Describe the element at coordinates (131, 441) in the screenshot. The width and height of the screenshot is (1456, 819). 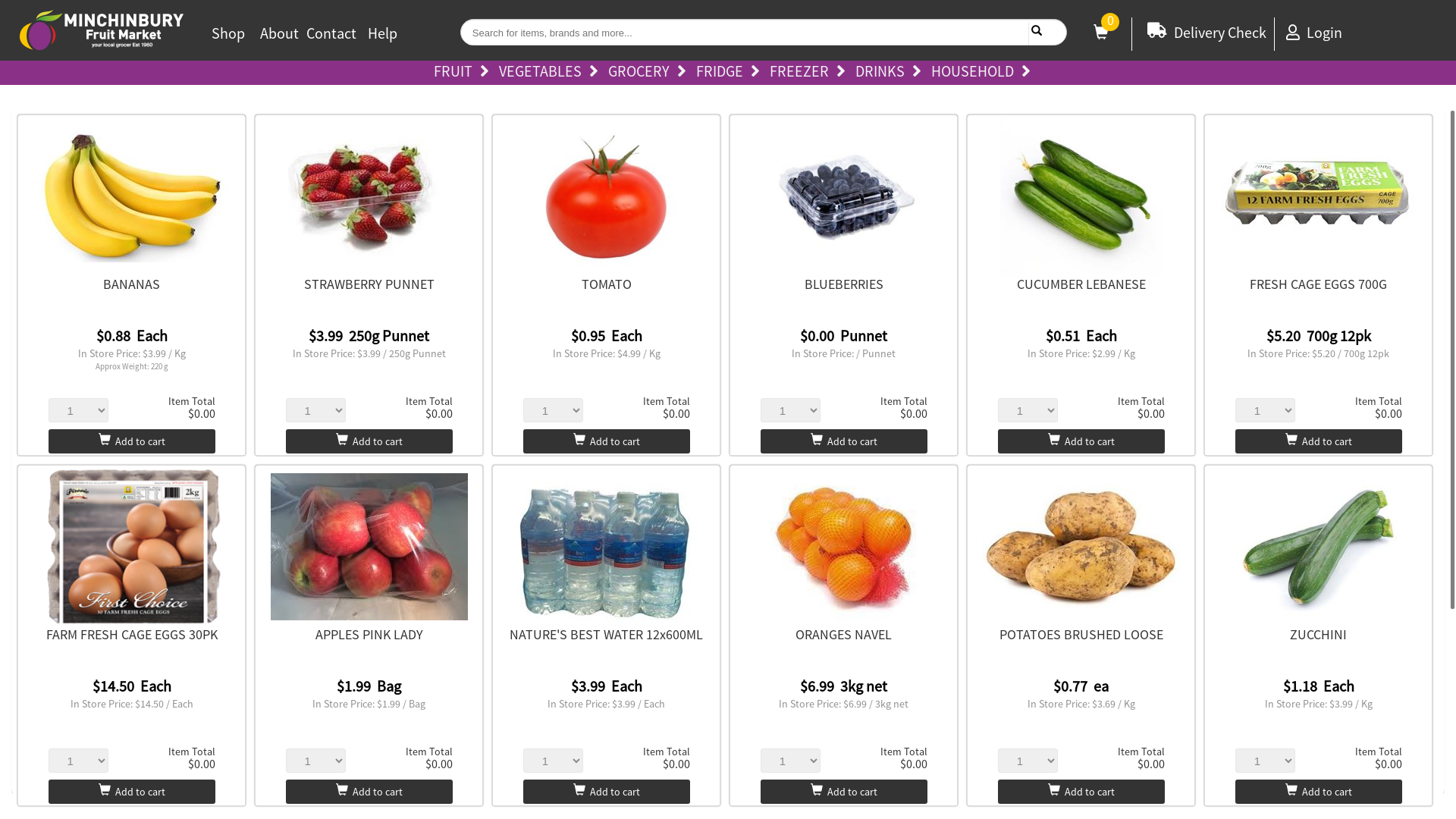
I see `'Add to cart'` at that location.